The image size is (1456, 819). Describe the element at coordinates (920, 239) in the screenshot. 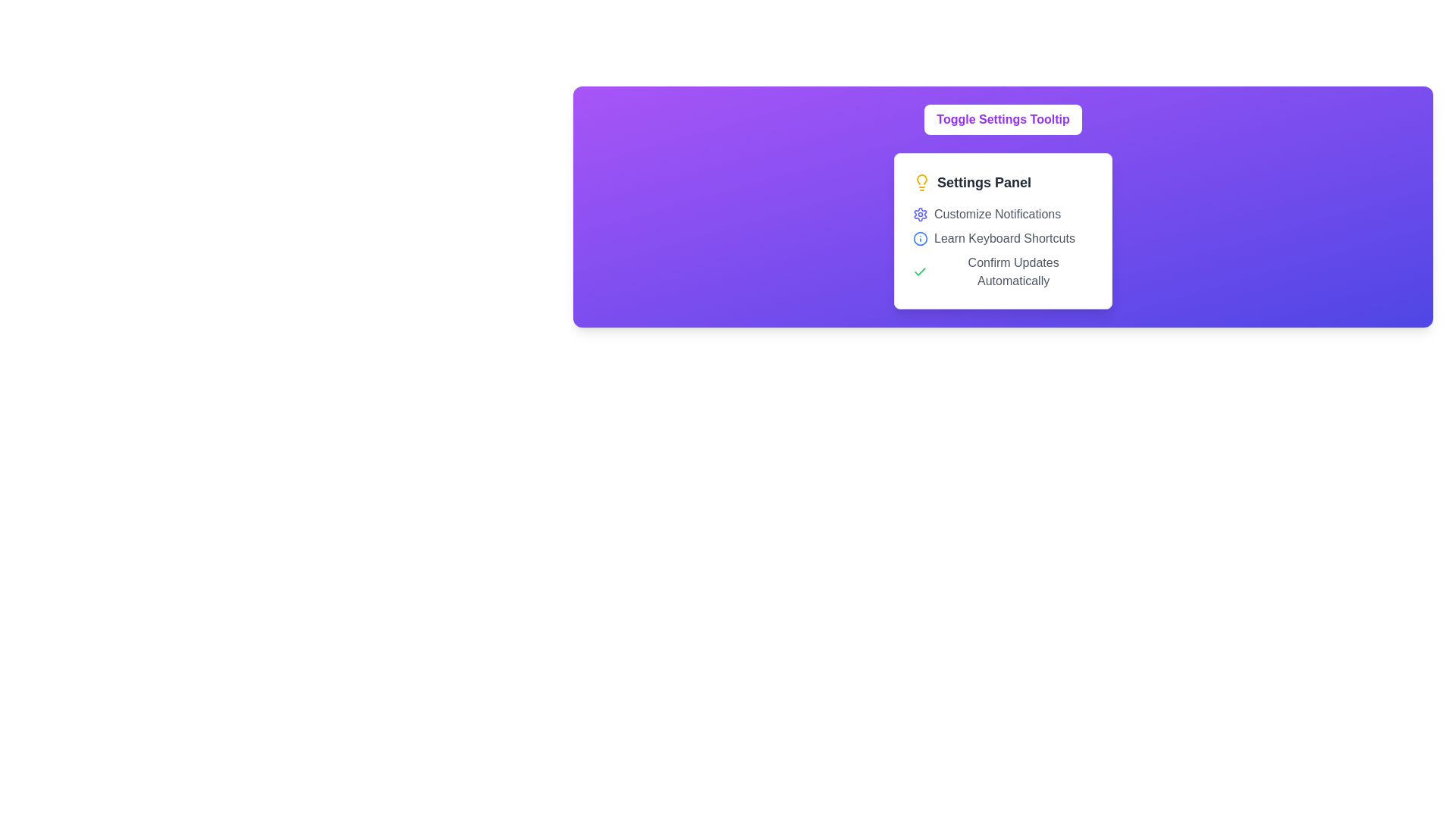

I see `central circular decorative graphic element within the 'info' icon located to the left of the 'Settings Panel' heading` at that location.